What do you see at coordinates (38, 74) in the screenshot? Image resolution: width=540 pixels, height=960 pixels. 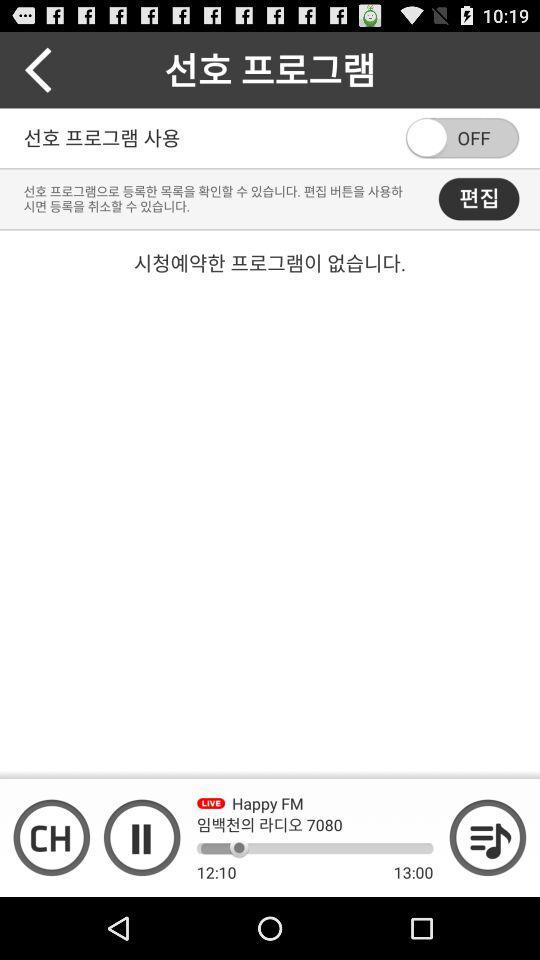 I see `the arrow_backward icon` at bounding box center [38, 74].